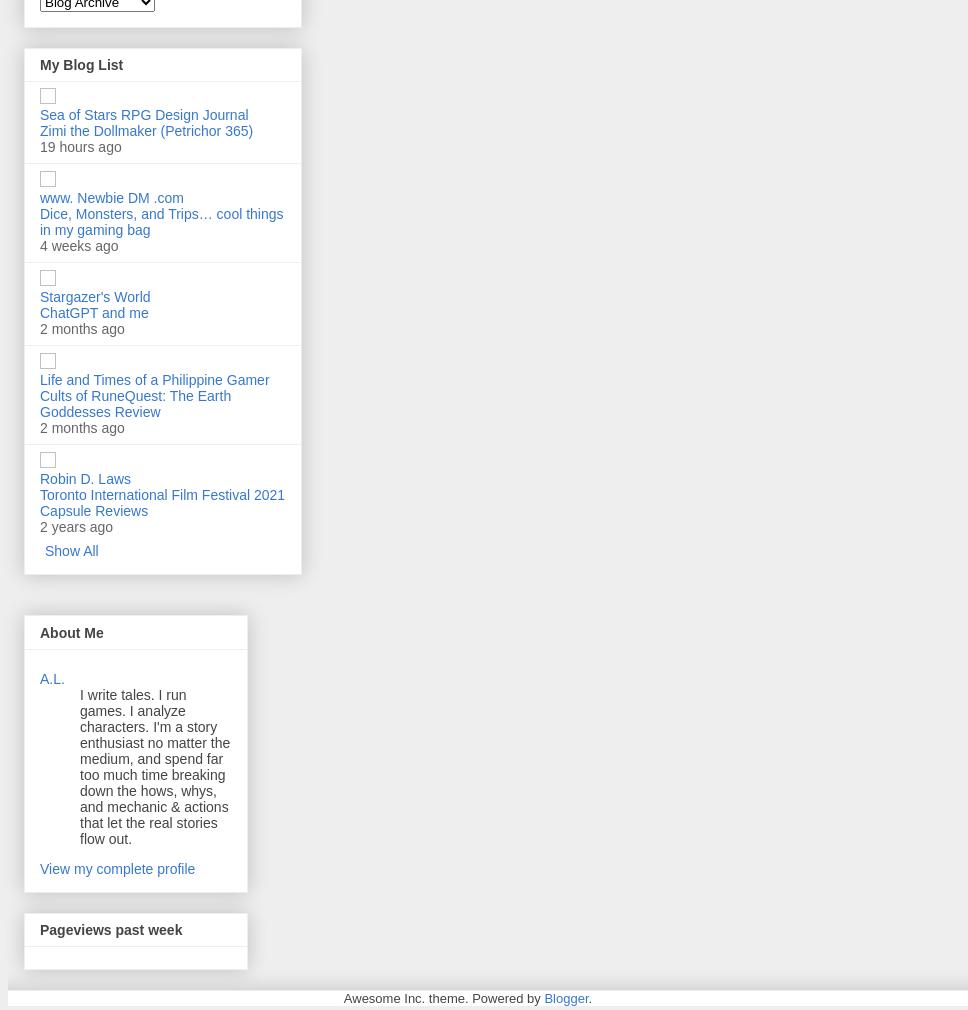  What do you see at coordinates (77, 245) in the screenshot?
I see `'4 weeks ago'` at bounding box center [77, 245].